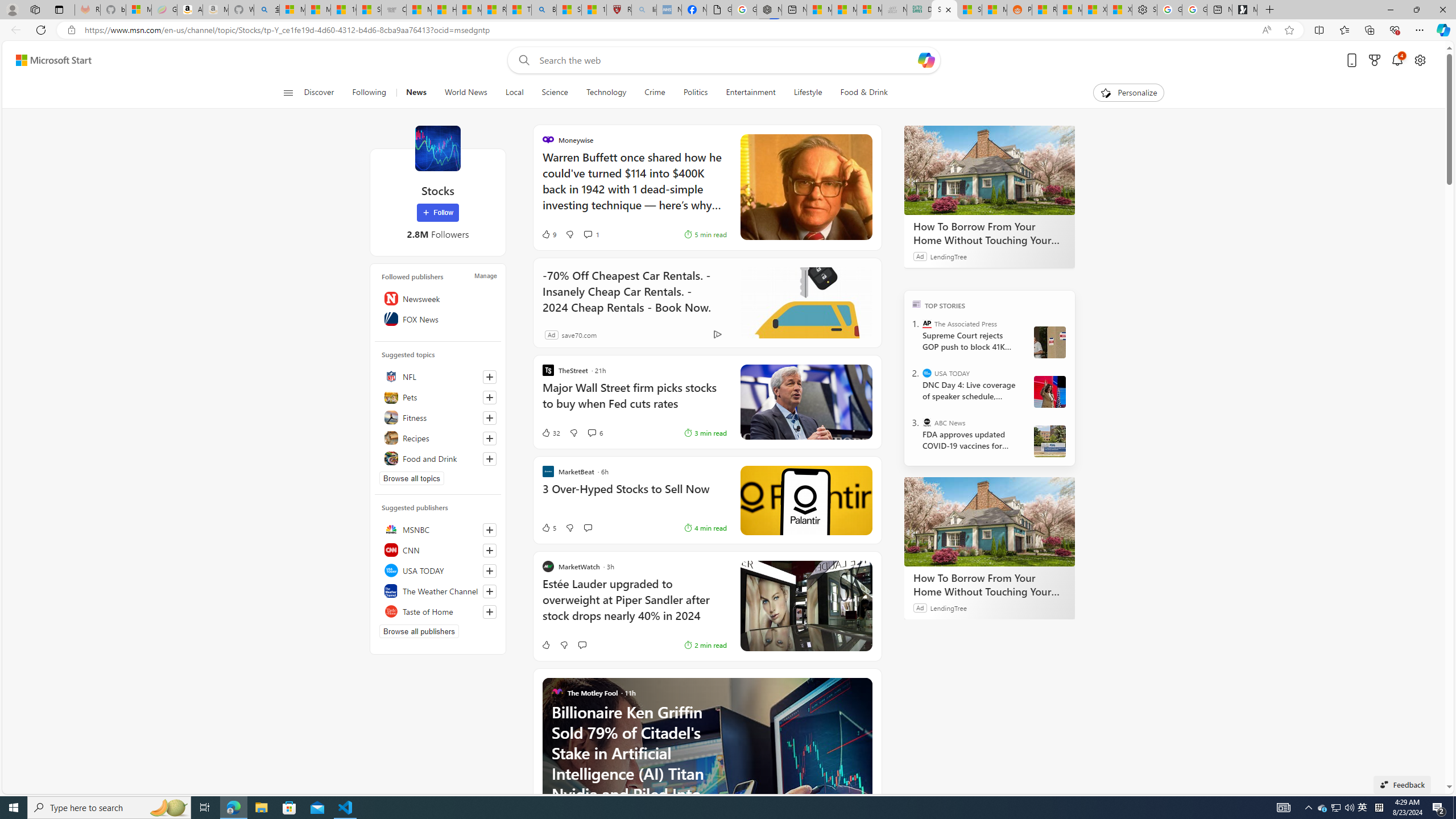 This screenshot has width=1456, height=819. I want to click on 'Recipes', so click(438, 437).